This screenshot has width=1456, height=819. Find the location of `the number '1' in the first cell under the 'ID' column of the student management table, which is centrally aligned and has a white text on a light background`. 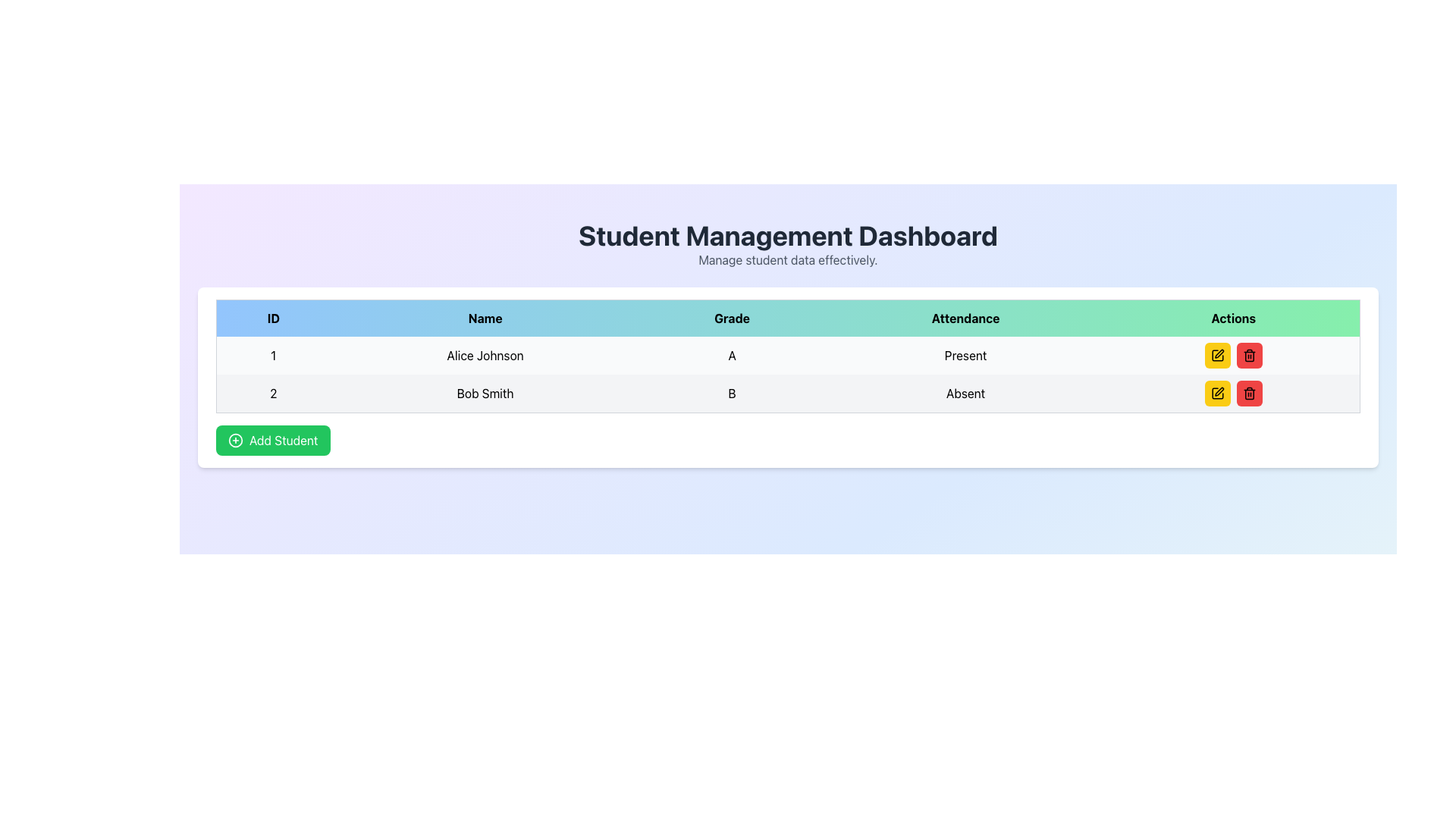

the number '1' in the first cell under the 'ID' column of the student management table, which is centrally aligned and has a white text on a light background is located at coordinates (273, 356).